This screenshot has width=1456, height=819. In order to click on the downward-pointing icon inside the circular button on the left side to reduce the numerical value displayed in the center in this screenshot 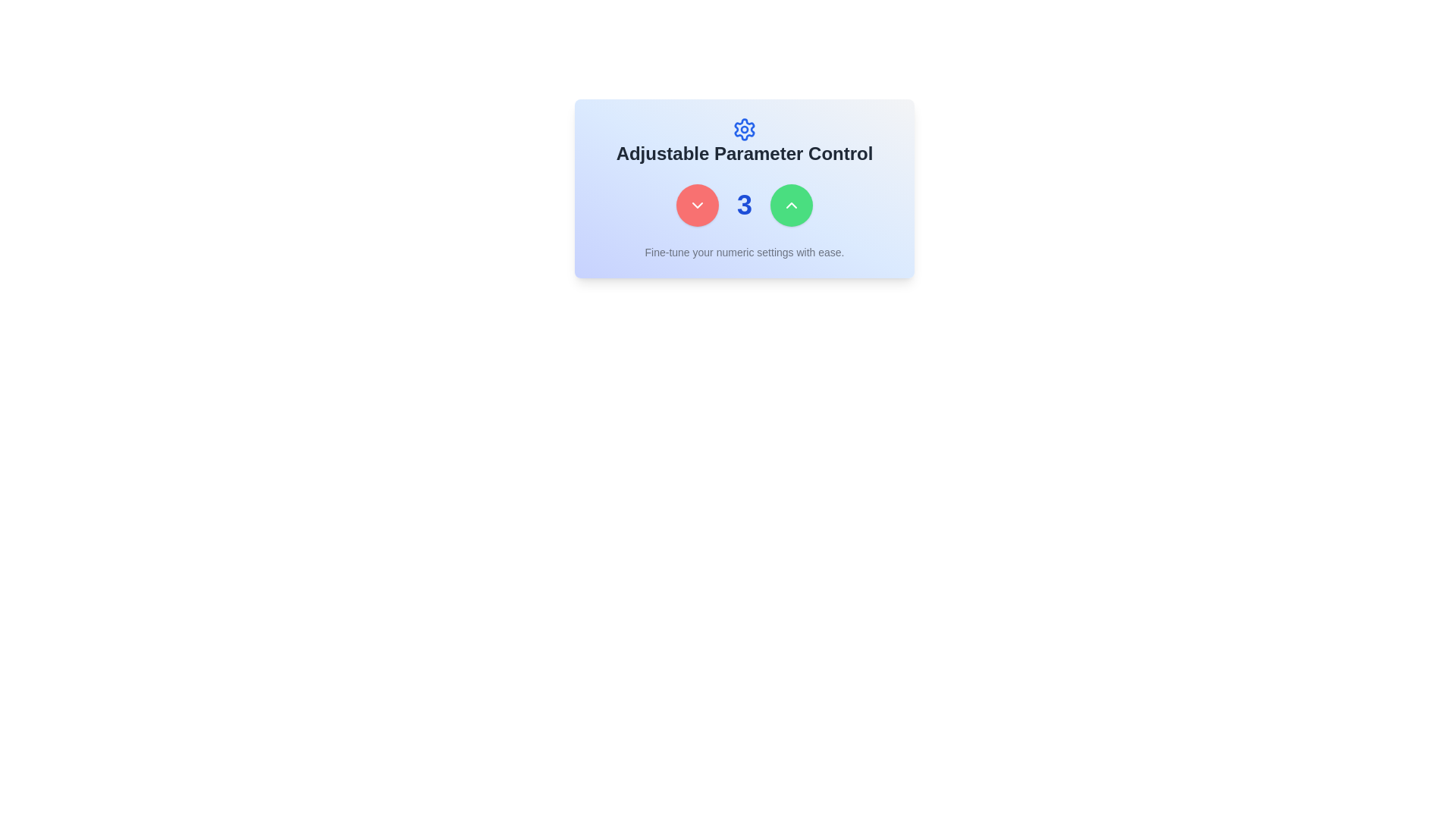, I will do `click(697, 205)`.